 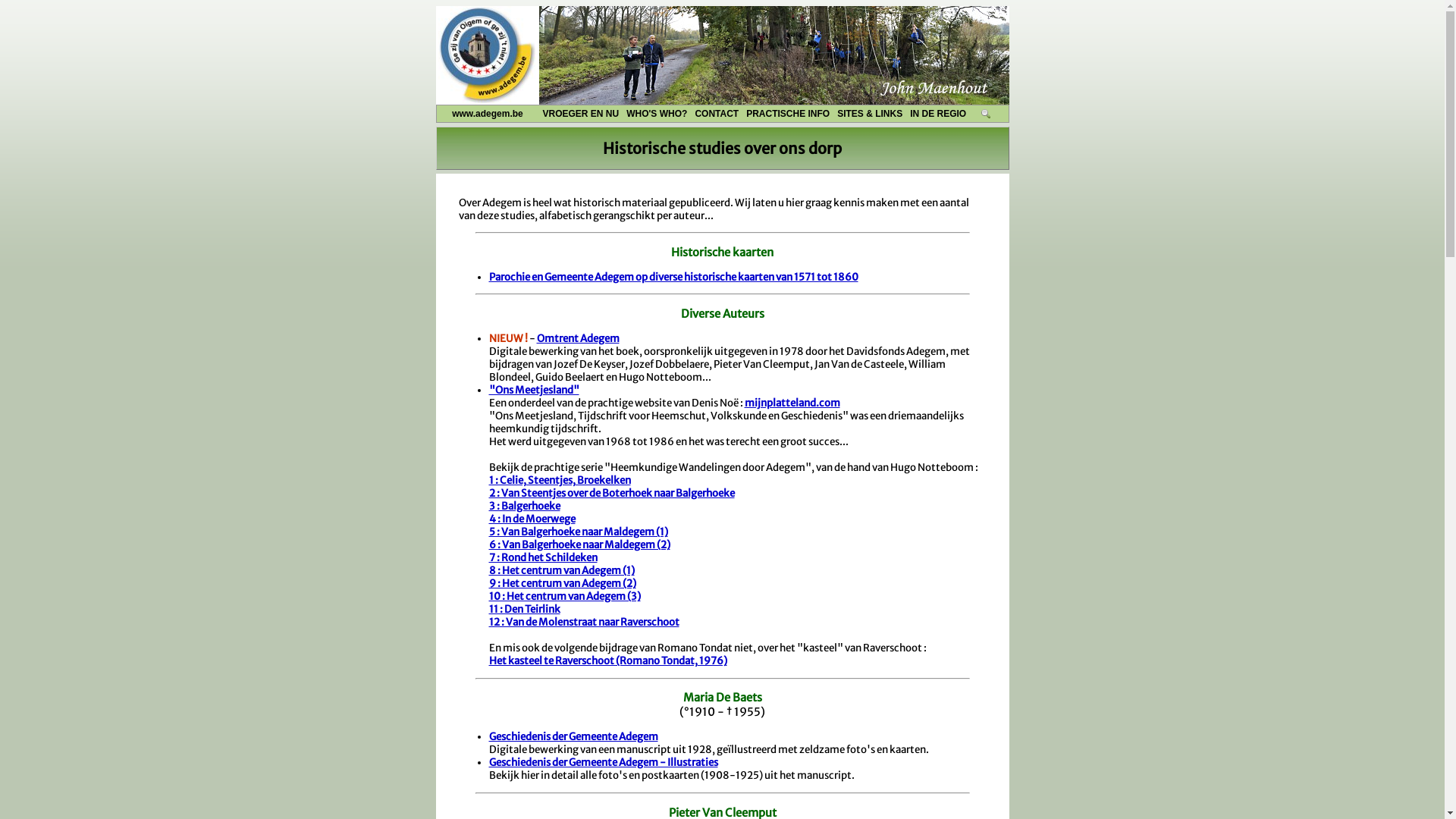 What do you see at coordinates (870, 113) in the screenshot?
I see `'SITES & LINKS'` at bounding box center [870, 113].